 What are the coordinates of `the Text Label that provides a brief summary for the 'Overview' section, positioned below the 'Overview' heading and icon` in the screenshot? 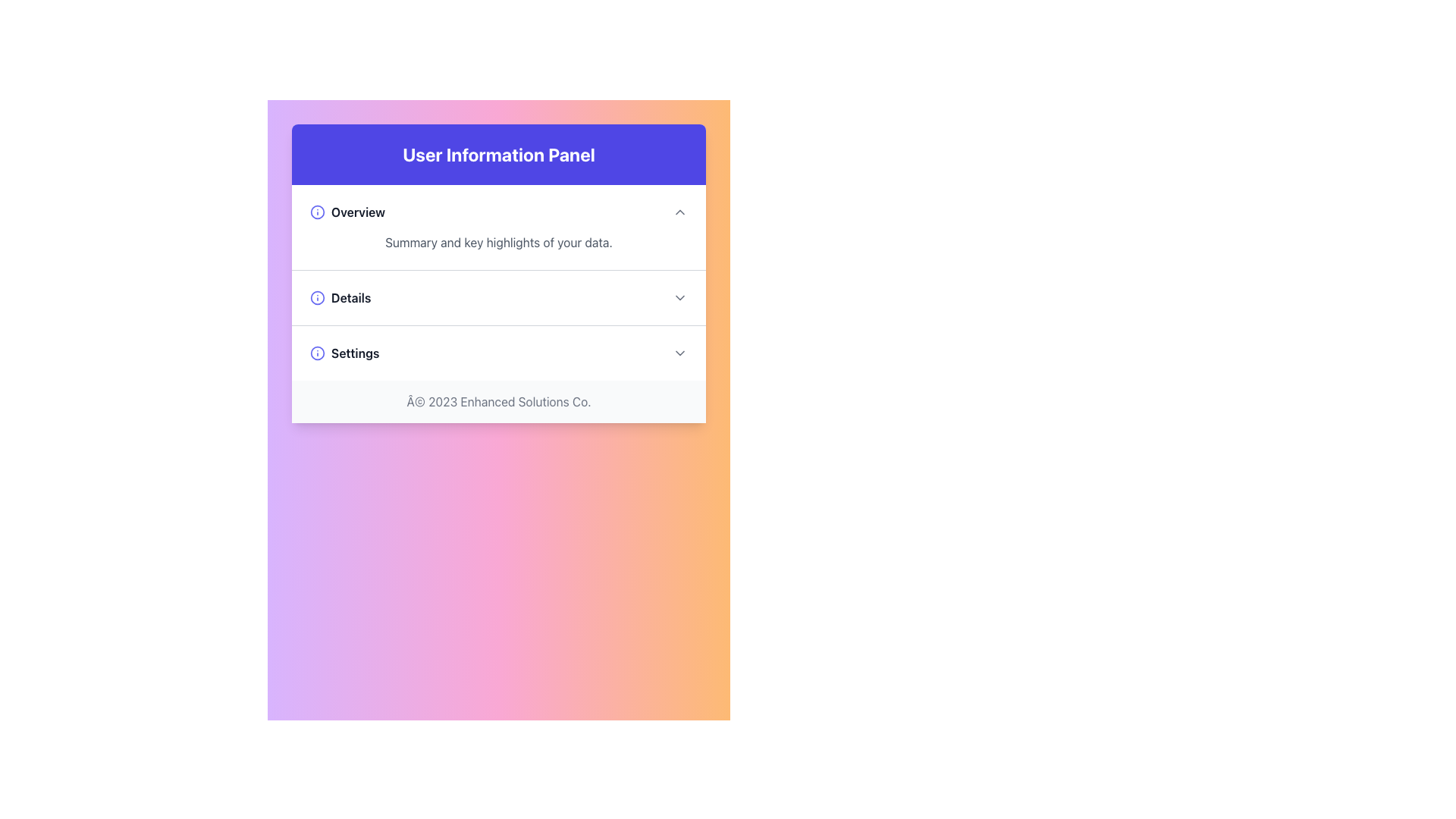 It's located at (498, 242).